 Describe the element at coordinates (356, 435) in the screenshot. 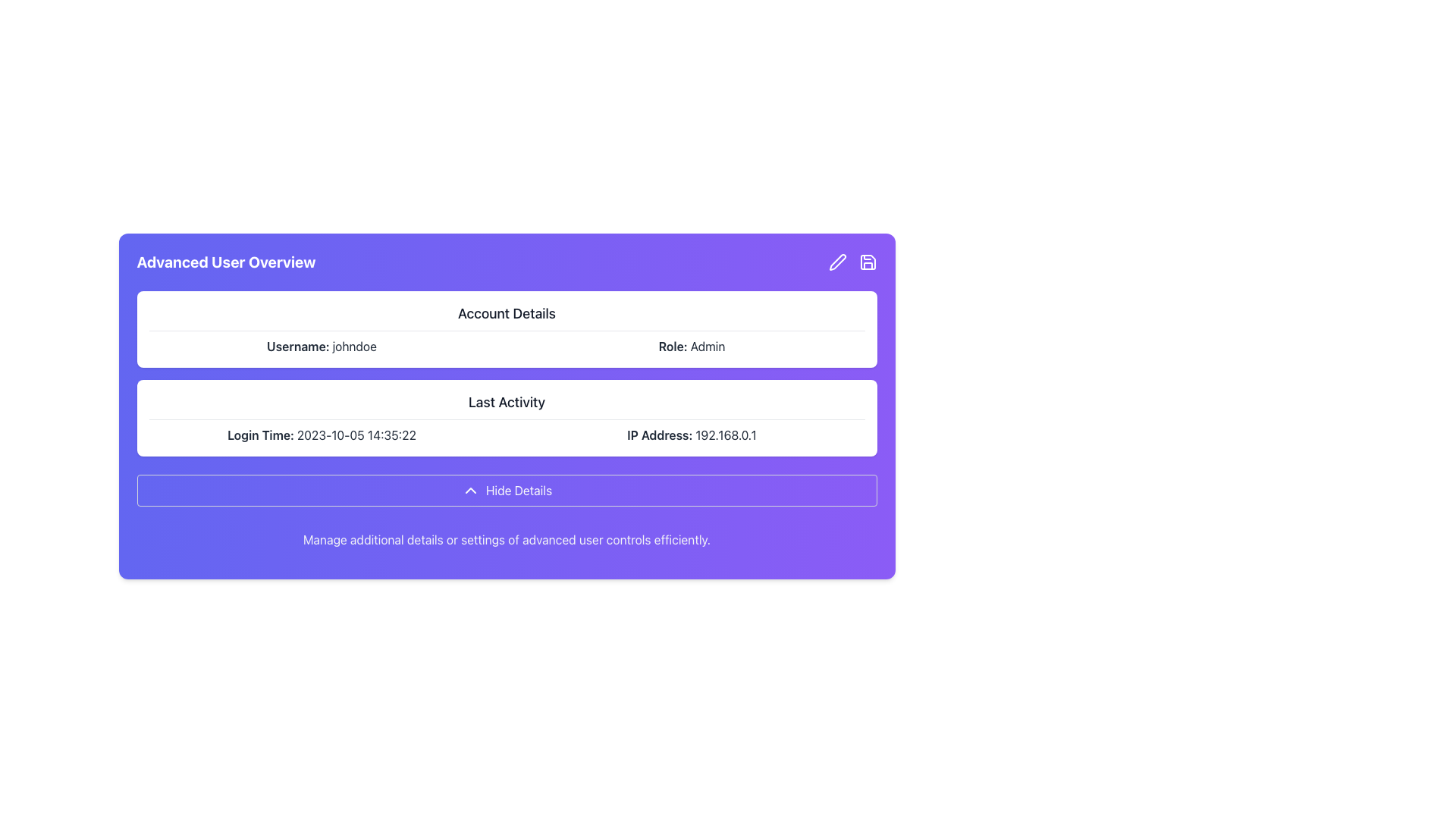

I see `the text label element displaying the login time '2023-10-05 14:35:22' in the 'Last Activity' section` at that location.